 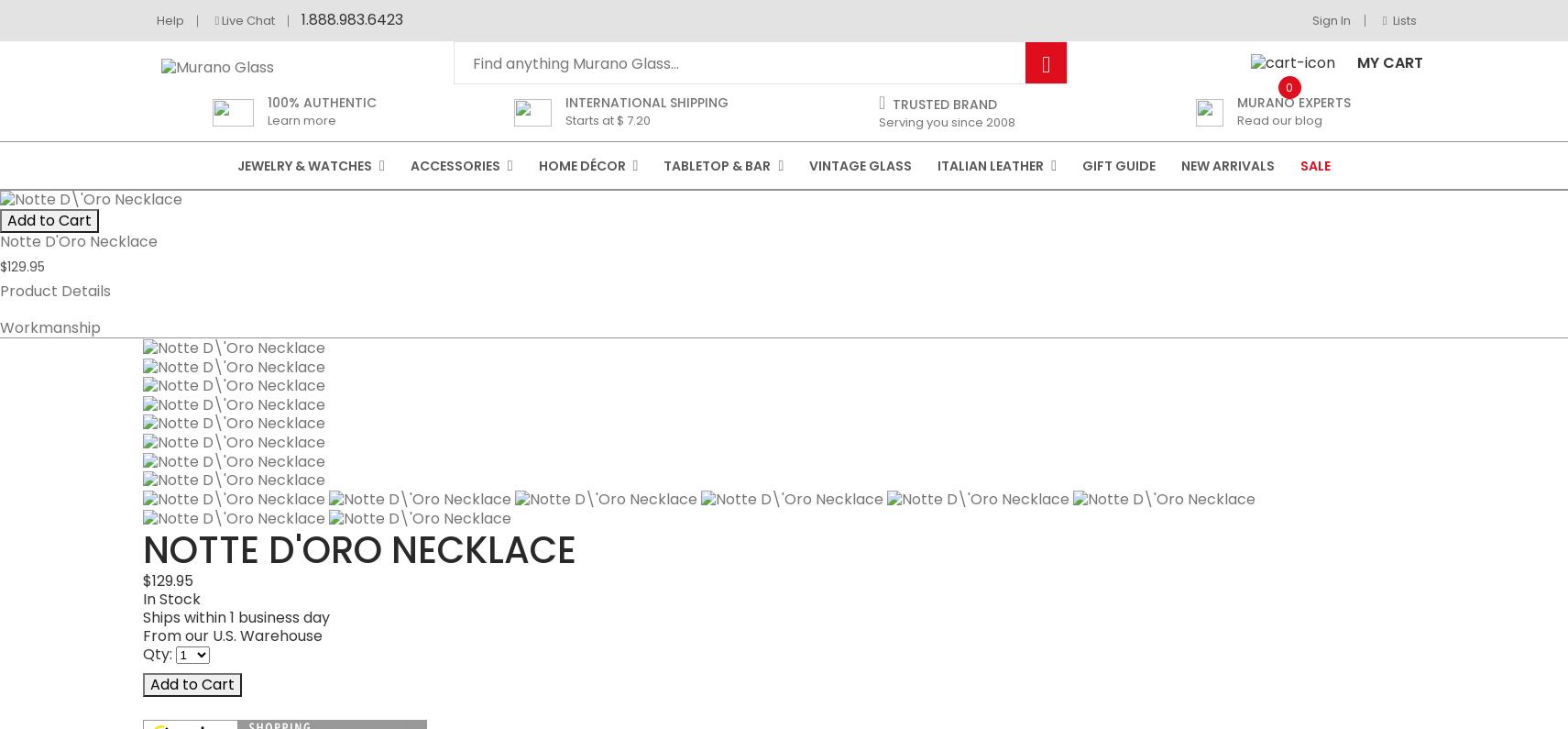 I want to click on 'Workmanship', so click(x=141, y=515).